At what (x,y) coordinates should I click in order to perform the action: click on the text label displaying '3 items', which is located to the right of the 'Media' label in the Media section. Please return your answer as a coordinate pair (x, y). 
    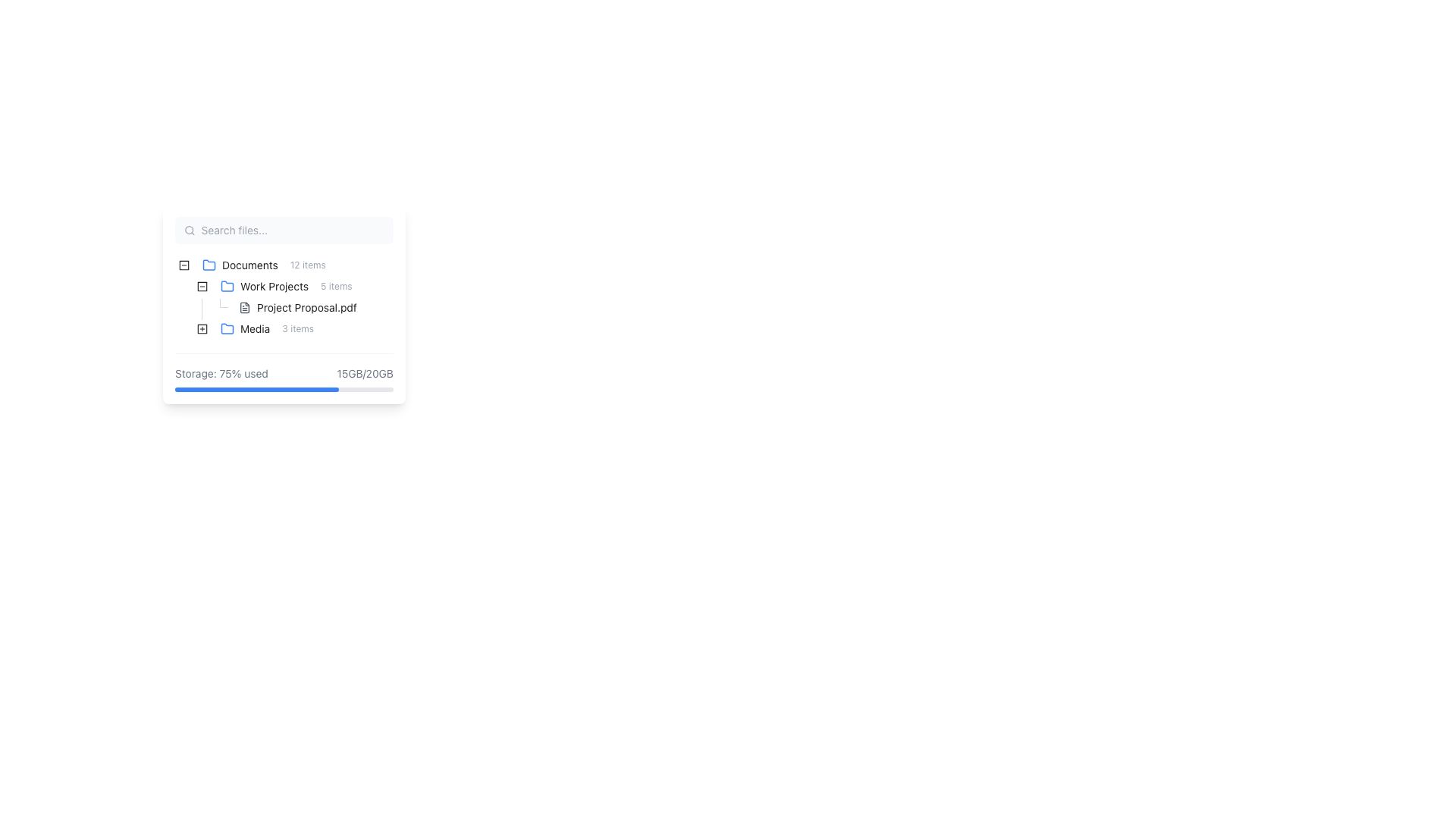
    Looking at the image, I should click on (298, 328).